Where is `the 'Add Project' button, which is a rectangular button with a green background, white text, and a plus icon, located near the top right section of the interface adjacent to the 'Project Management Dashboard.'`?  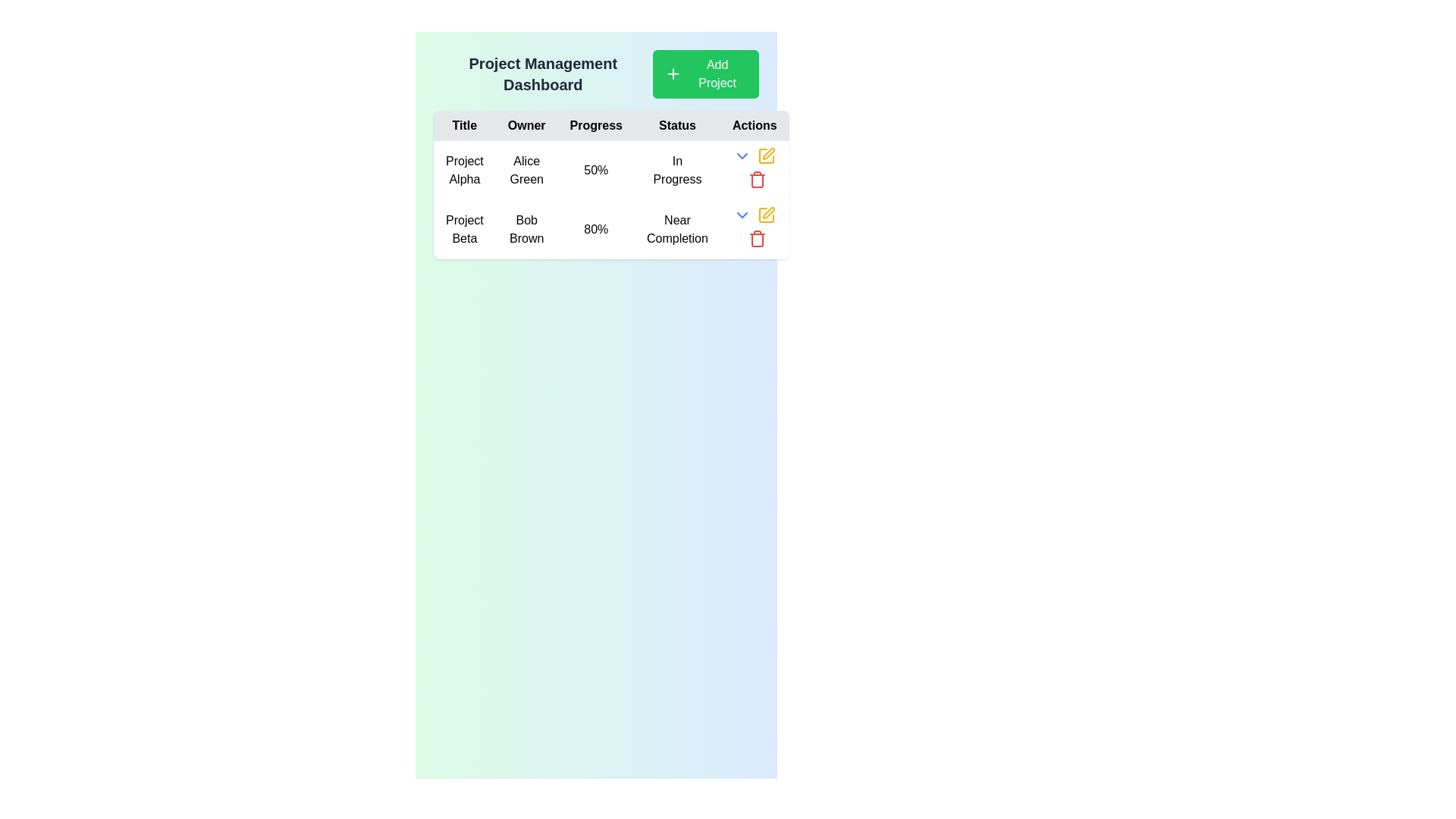
the 'Add Project' button, which is a rectangular button with a green background, white text, and a plus icon, located near the top right section of the interface adjacent to the 'Project Management Dashboard.' is located at coordinates (704, 74).